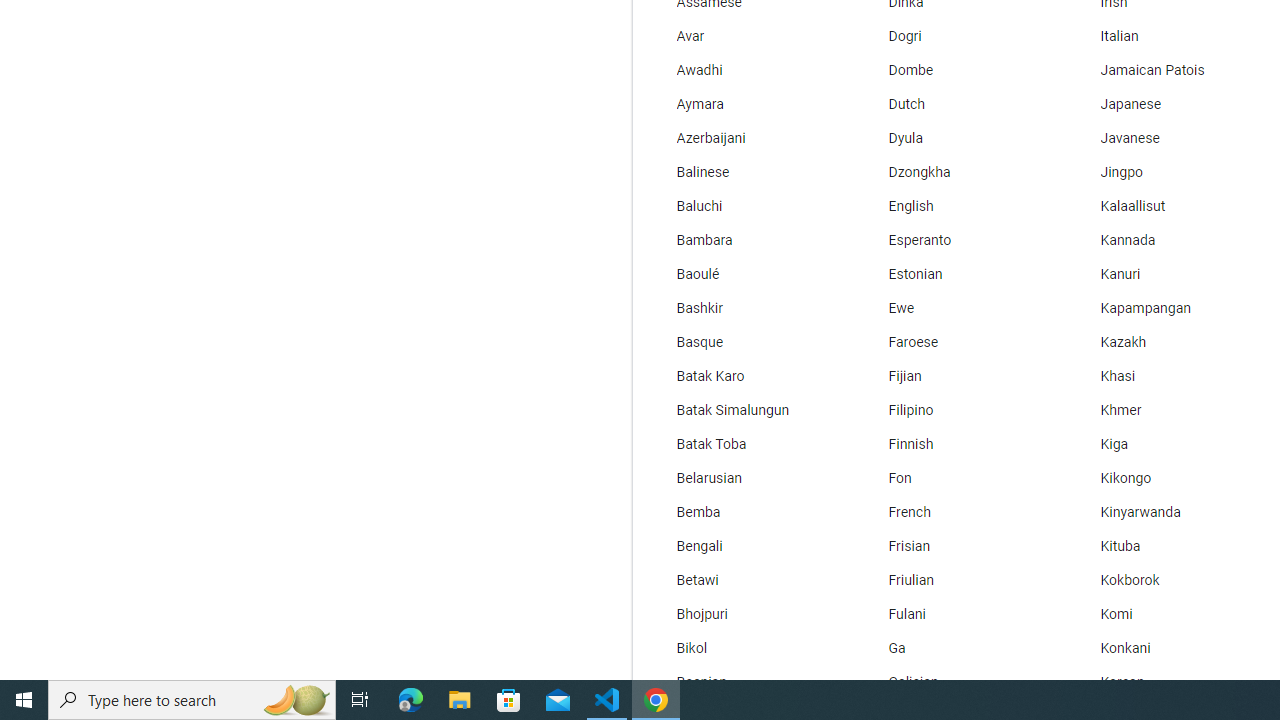 The image size is (1280, 720). I want to click on 'Batak Karo', so click(744, 376).